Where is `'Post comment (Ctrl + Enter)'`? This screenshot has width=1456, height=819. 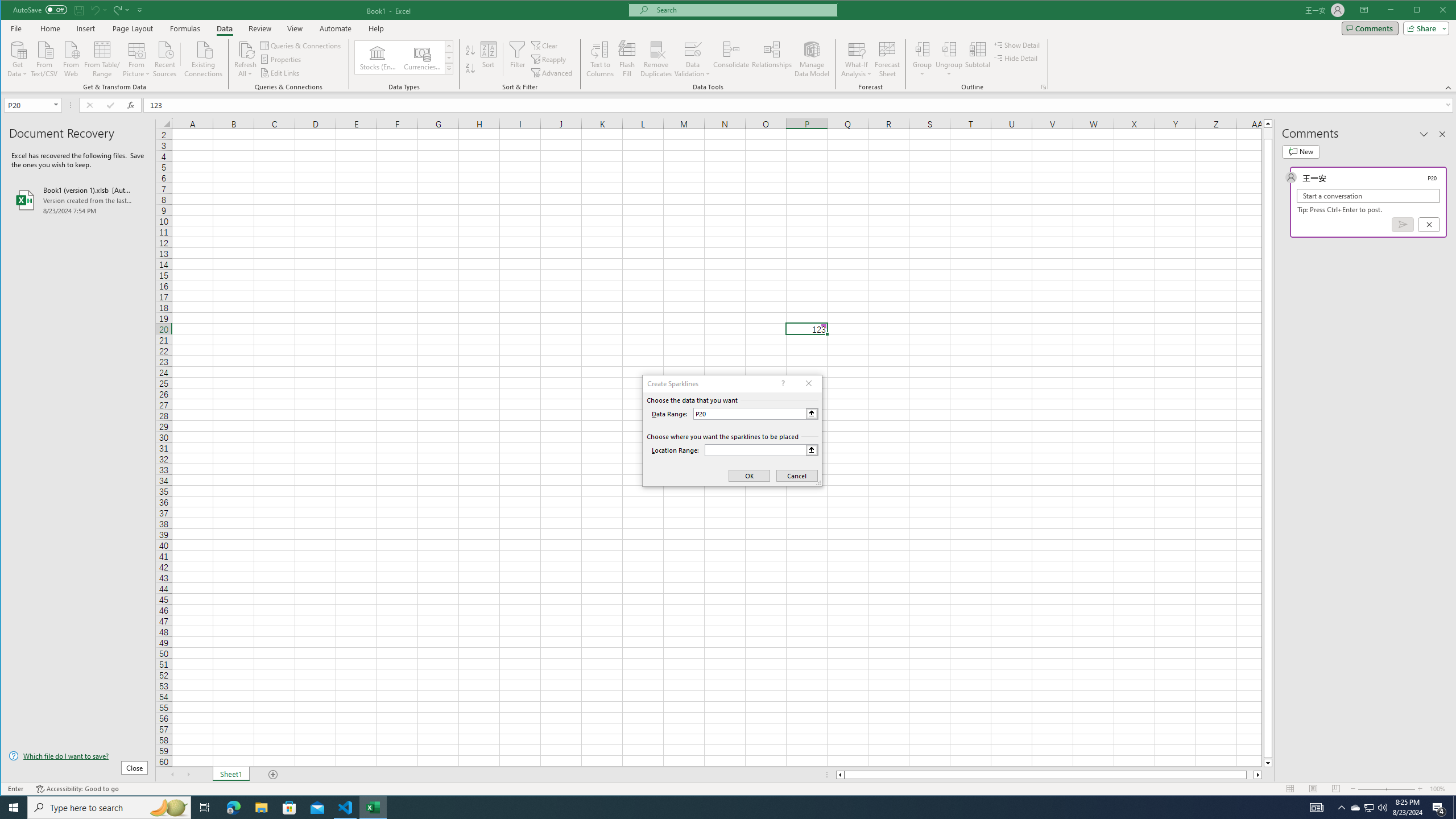
'Post comment (Ctrl + Enter)' is located at coordinates (1403, 224).